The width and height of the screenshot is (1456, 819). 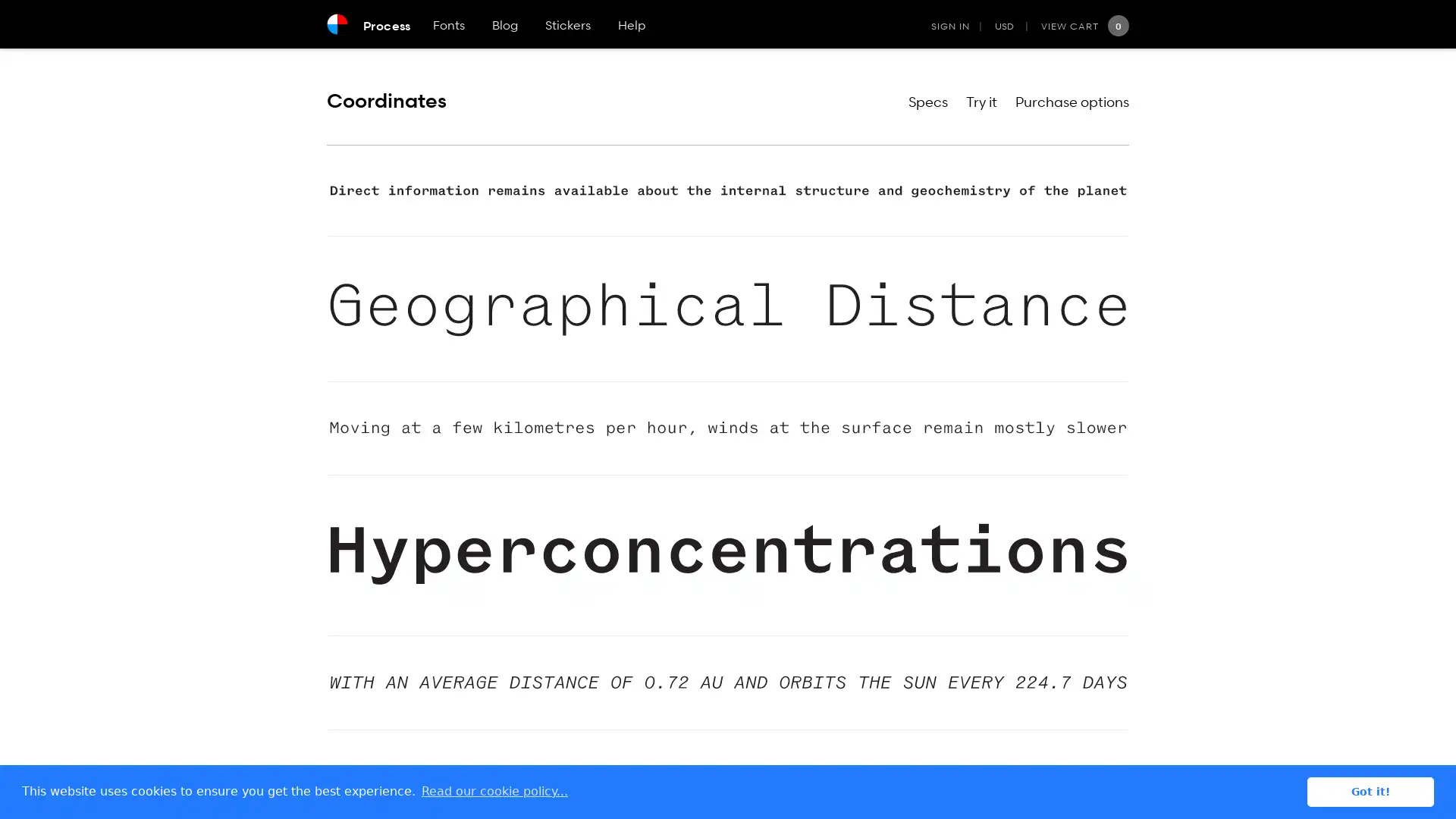 What do you see at coordinates (494, 791) in the screenshot?
I see `learn more about cookies` at bounding box center [494, 791].